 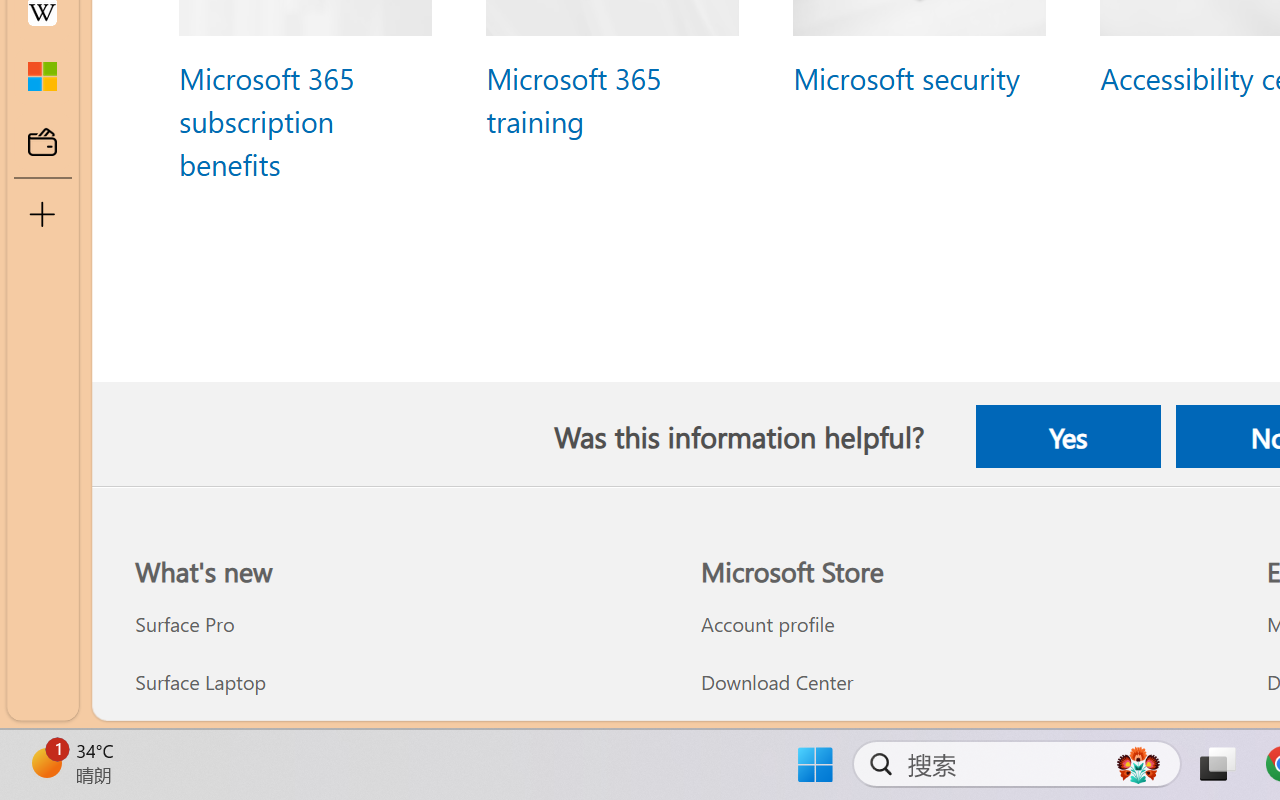 I want to click on 'Microsoft 365 training', so click(x=571, y=99).